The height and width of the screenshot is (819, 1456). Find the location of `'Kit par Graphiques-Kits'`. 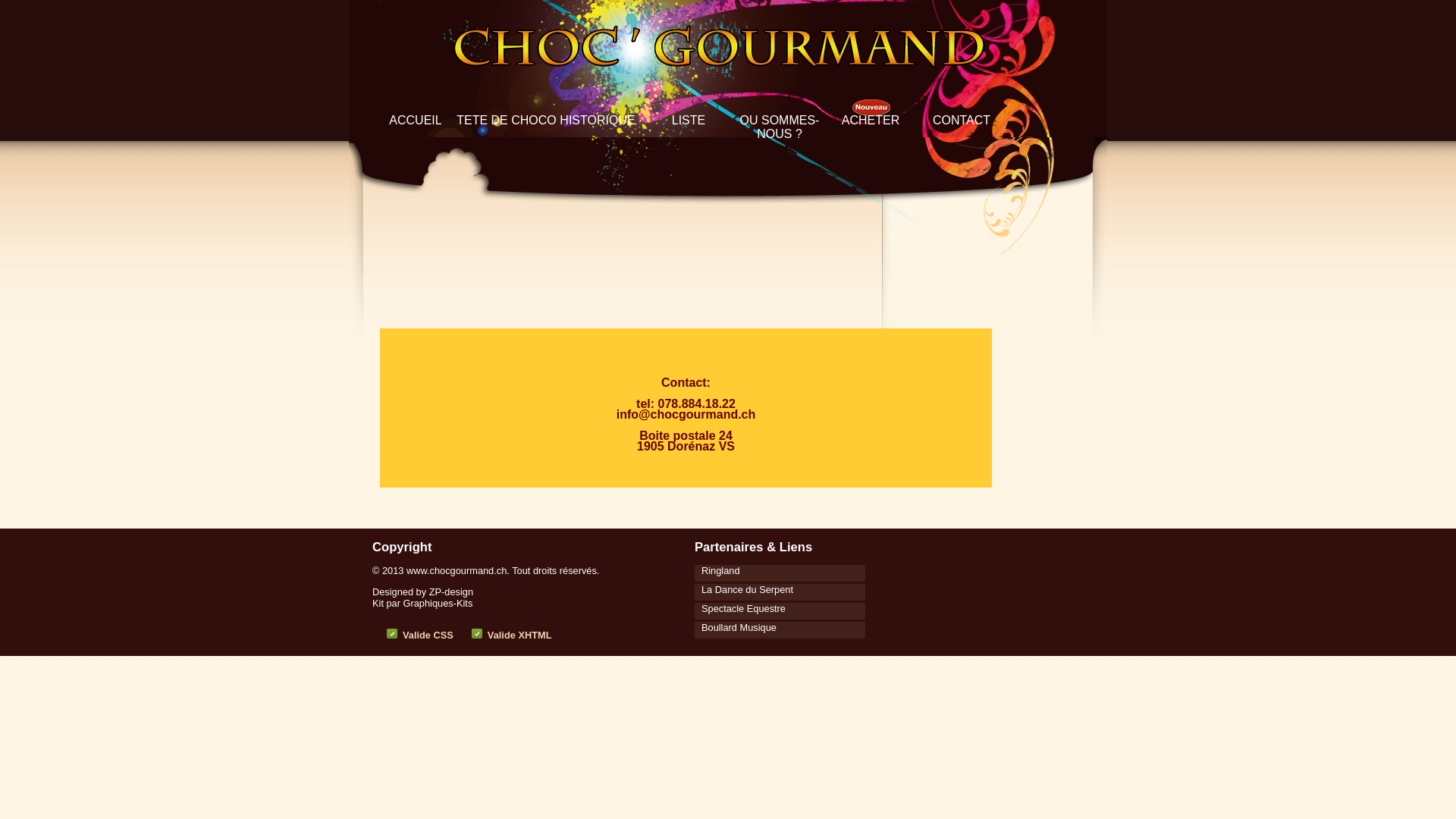

'Kit par Graphiques-Kits' is located at coordinates (422, 602).